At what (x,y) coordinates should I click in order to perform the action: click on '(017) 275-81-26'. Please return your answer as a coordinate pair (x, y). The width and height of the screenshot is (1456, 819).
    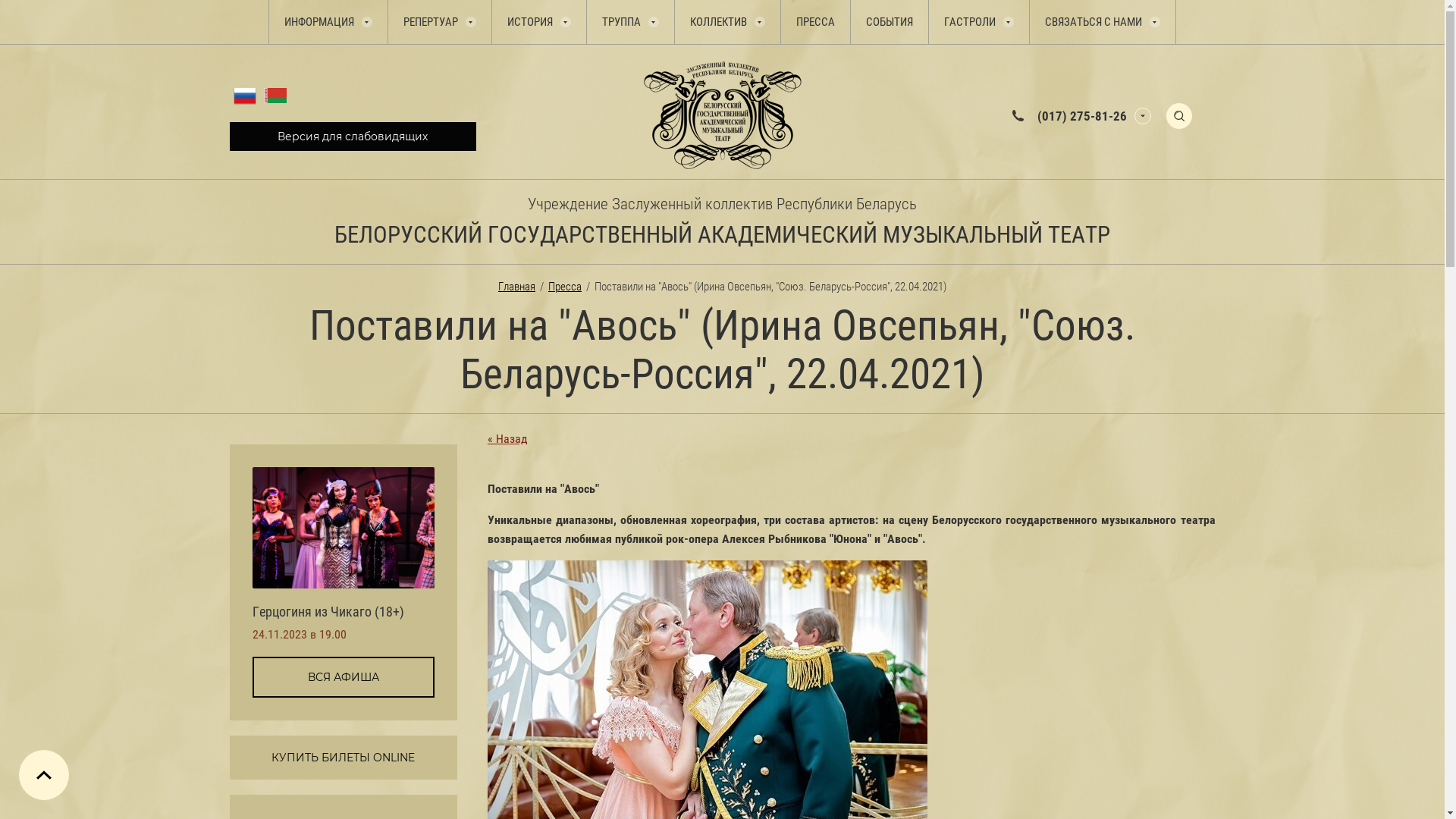
    Looking at the image, I should click on (1081, 114).